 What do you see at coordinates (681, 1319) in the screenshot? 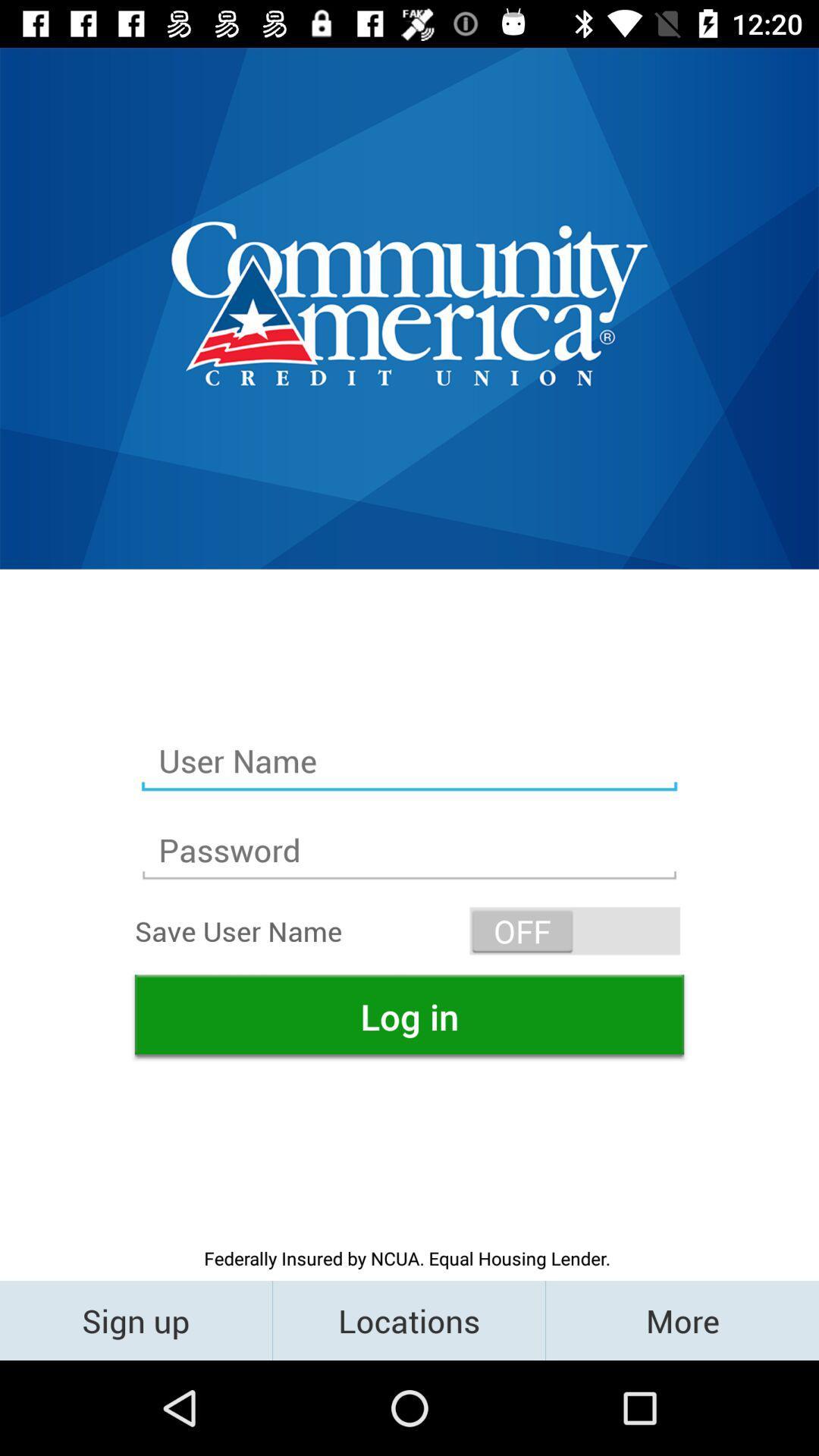
I see `the text next to locations` at bounding box center [681, 1319].